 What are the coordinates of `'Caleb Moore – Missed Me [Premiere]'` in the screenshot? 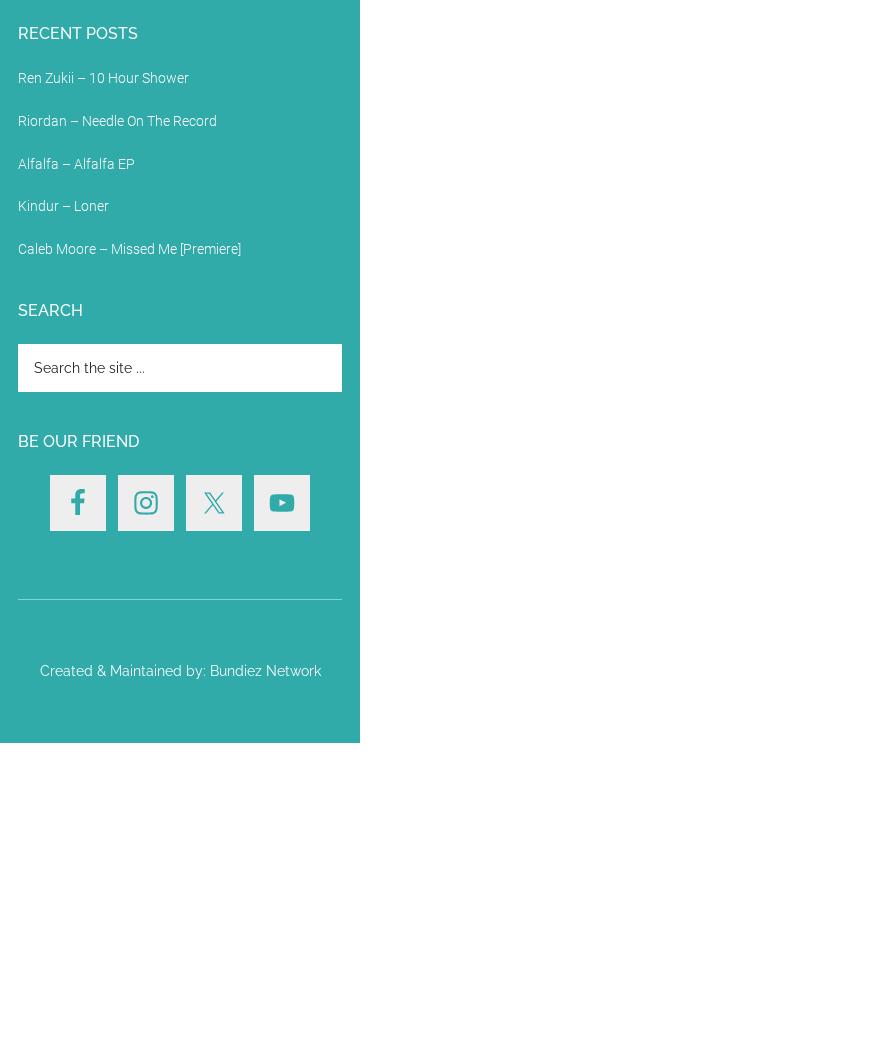 It's located at (128, 249).